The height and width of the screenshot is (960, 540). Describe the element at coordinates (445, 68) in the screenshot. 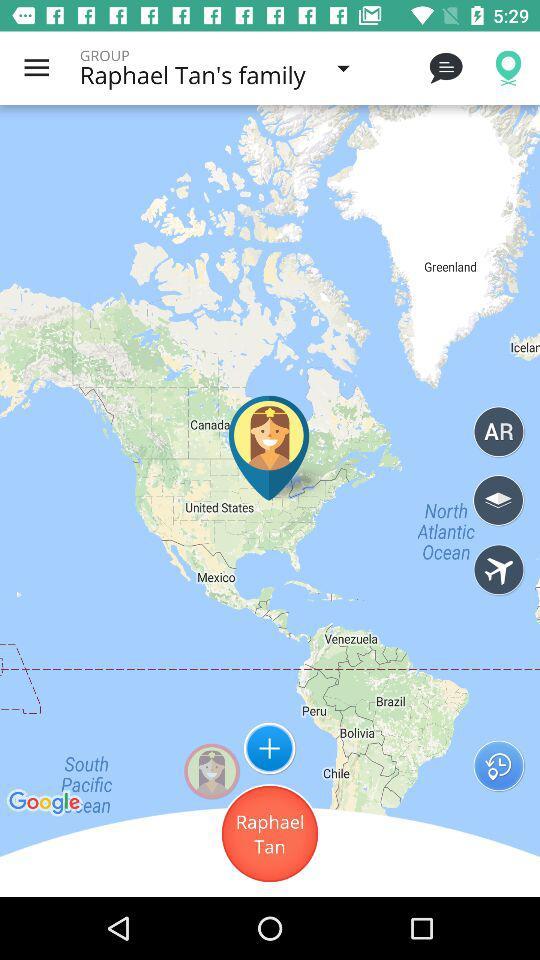

I see `icon next to the raphael tan s icon` at that location.